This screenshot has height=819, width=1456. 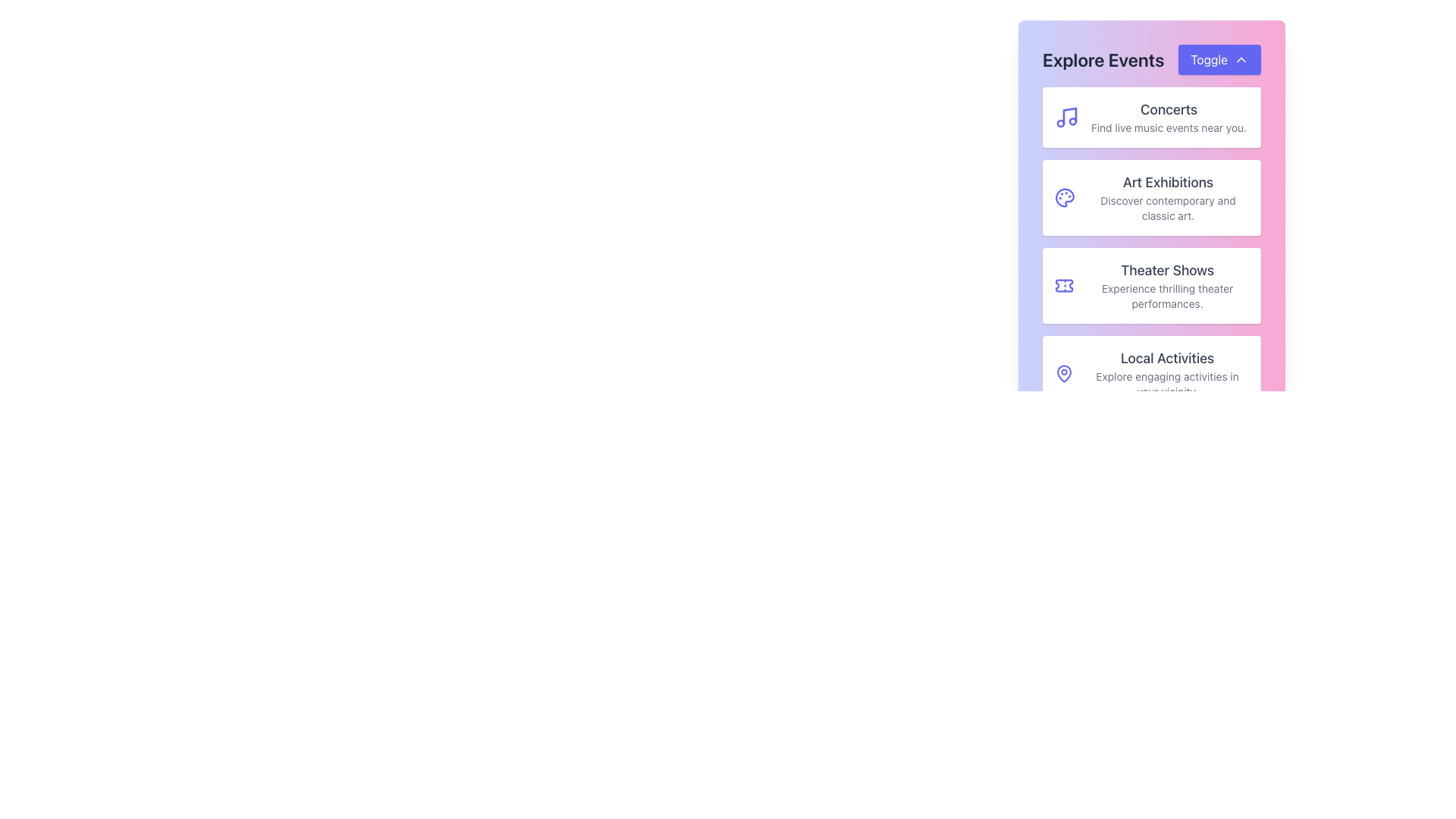 I want to click on the first informational card in the 'Explore Events' section, which provides details about music events, so click(x=1151, y=116).